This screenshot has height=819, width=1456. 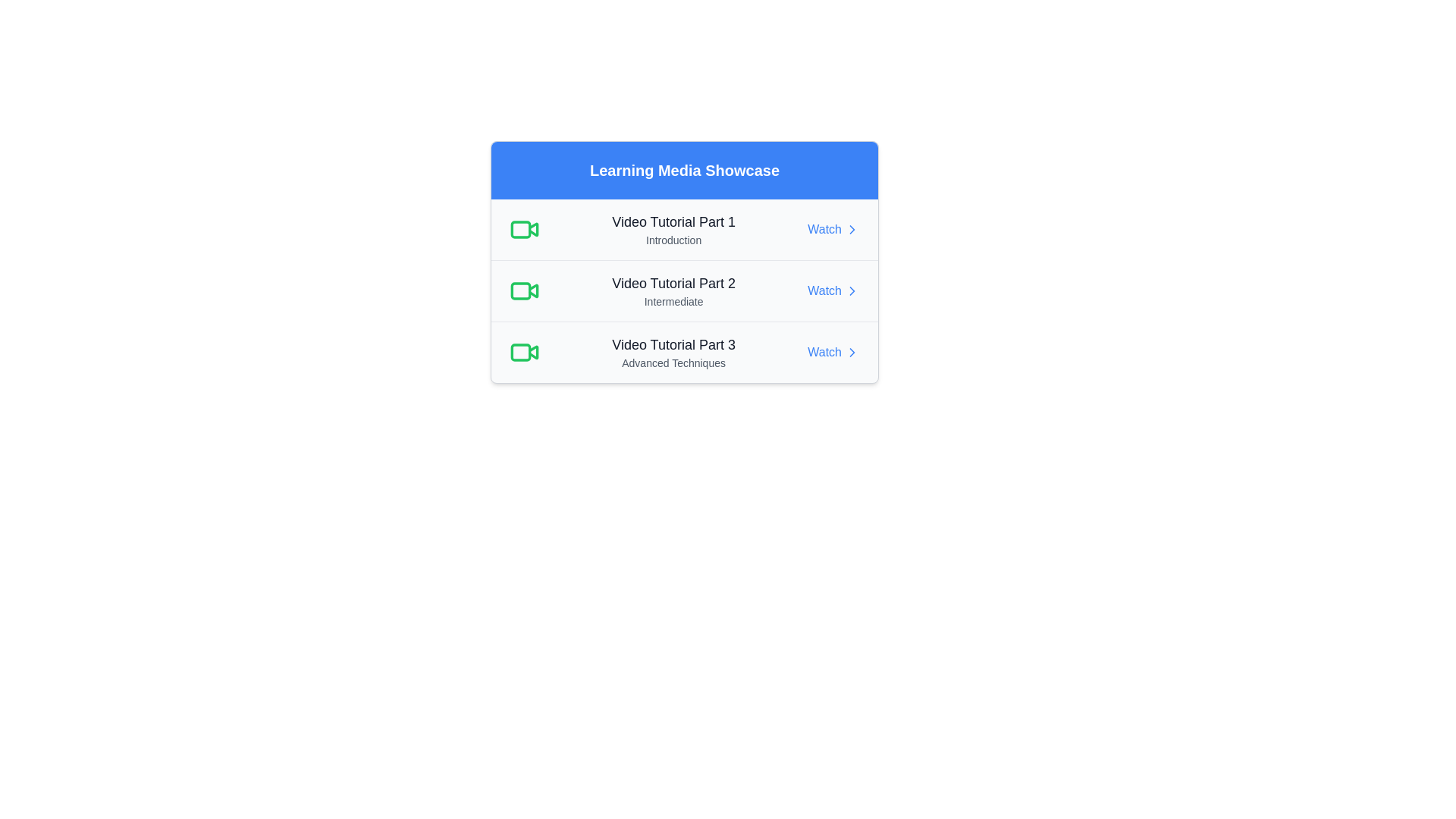 I want to click on the Chevron Right icon located next to the 'Watch' text in the third video item of 'Video Tutorial Part 3: Advanced Techniques', so click(x=852, y=353).